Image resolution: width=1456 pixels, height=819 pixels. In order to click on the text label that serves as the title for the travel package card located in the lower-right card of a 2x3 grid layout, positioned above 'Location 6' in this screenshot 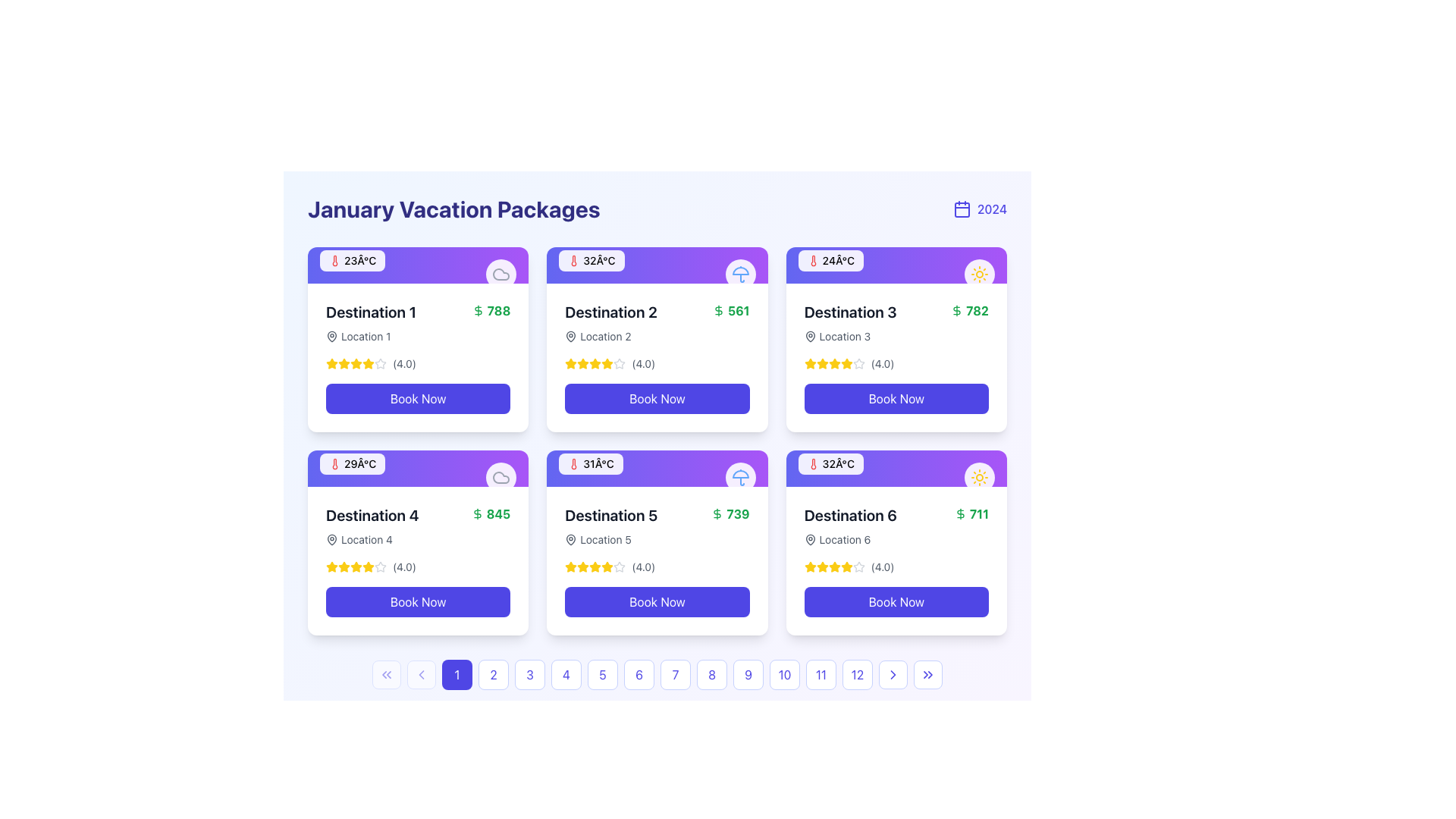, I will do `click(850, 514)`.